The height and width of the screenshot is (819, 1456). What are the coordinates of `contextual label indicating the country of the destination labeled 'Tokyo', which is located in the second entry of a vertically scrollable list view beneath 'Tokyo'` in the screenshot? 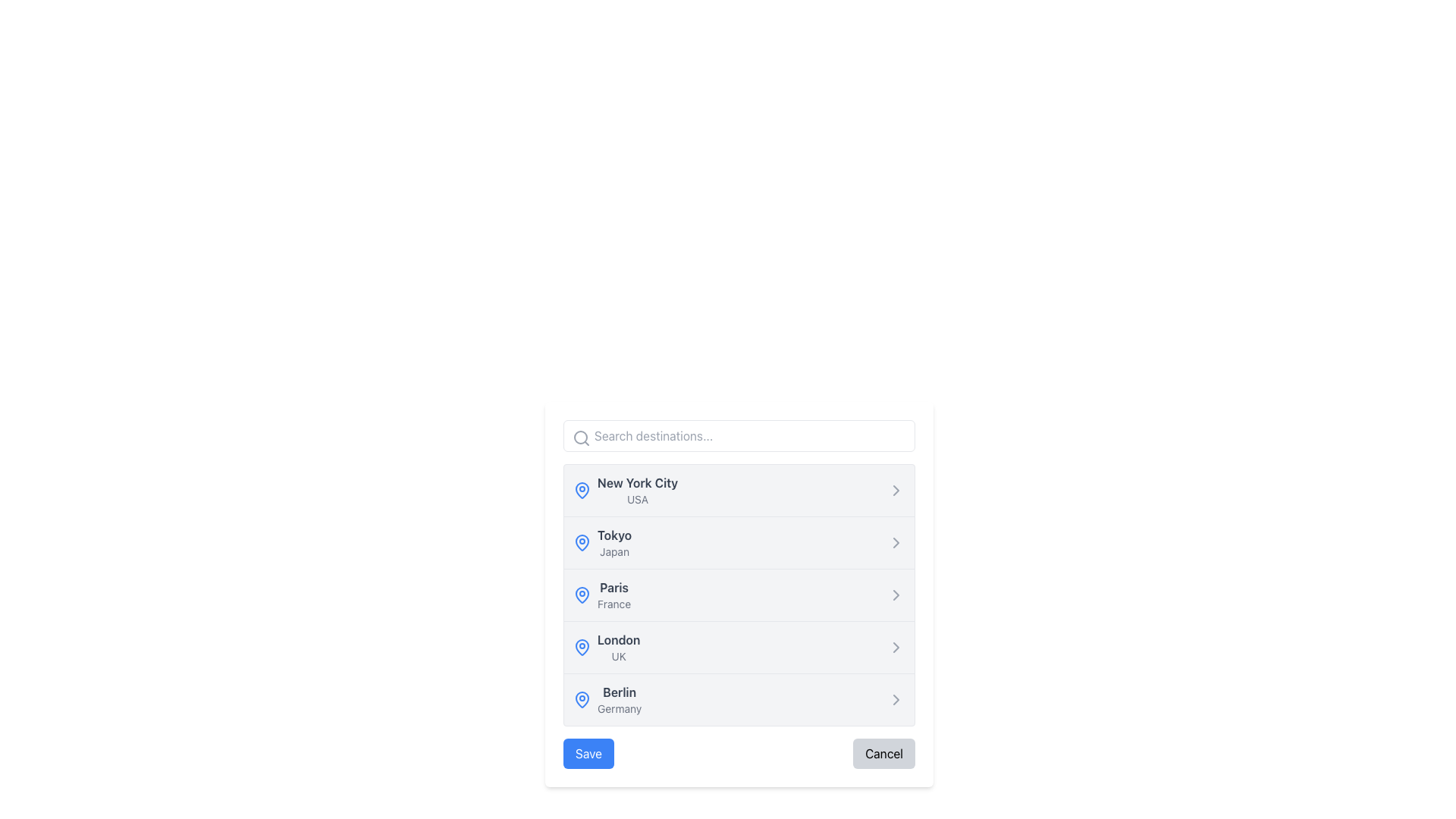 It's located at (614, 552).